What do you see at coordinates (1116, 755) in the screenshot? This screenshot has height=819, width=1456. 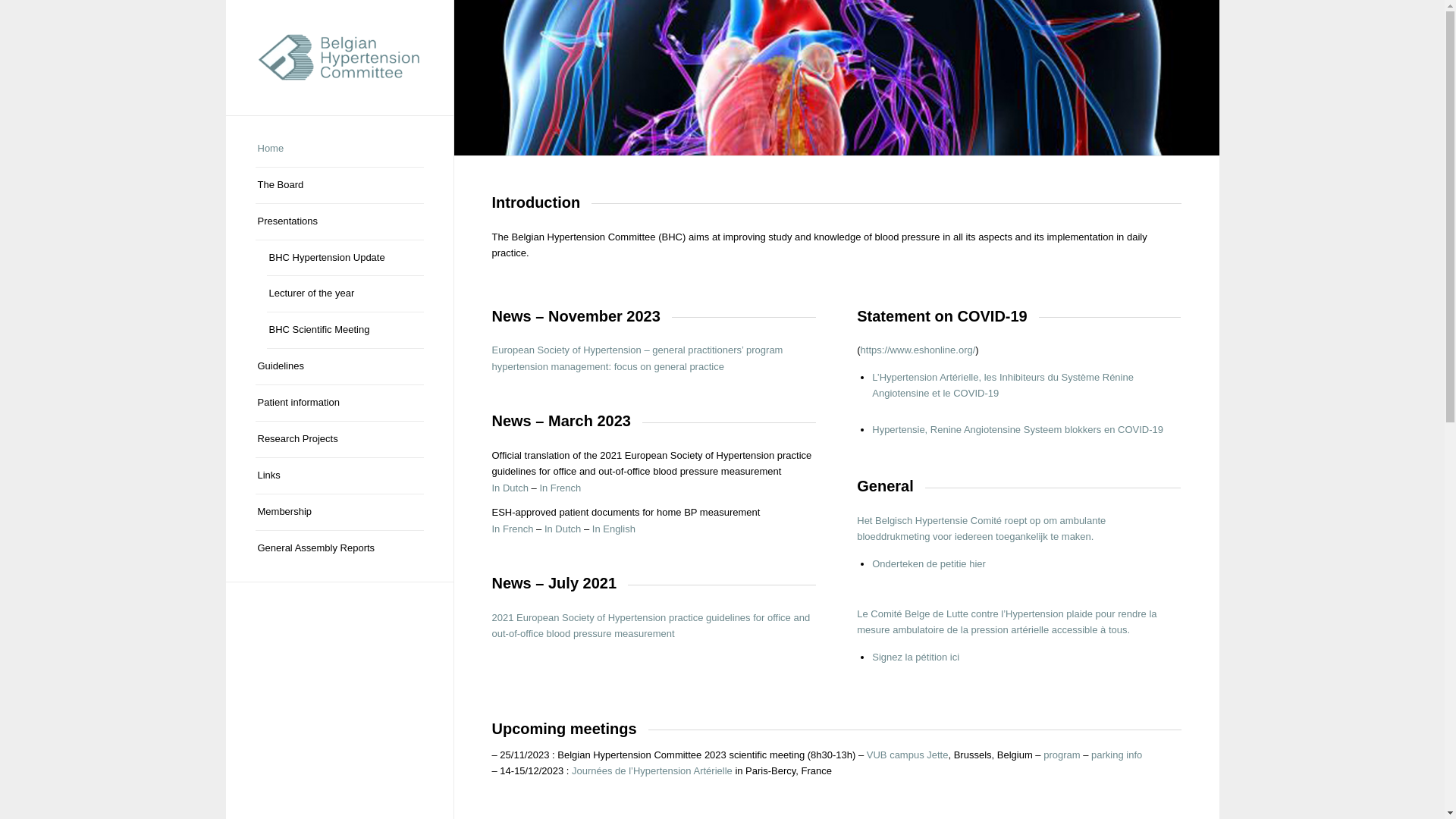 I see `'parking info'` at bounding box center [1116, 755].